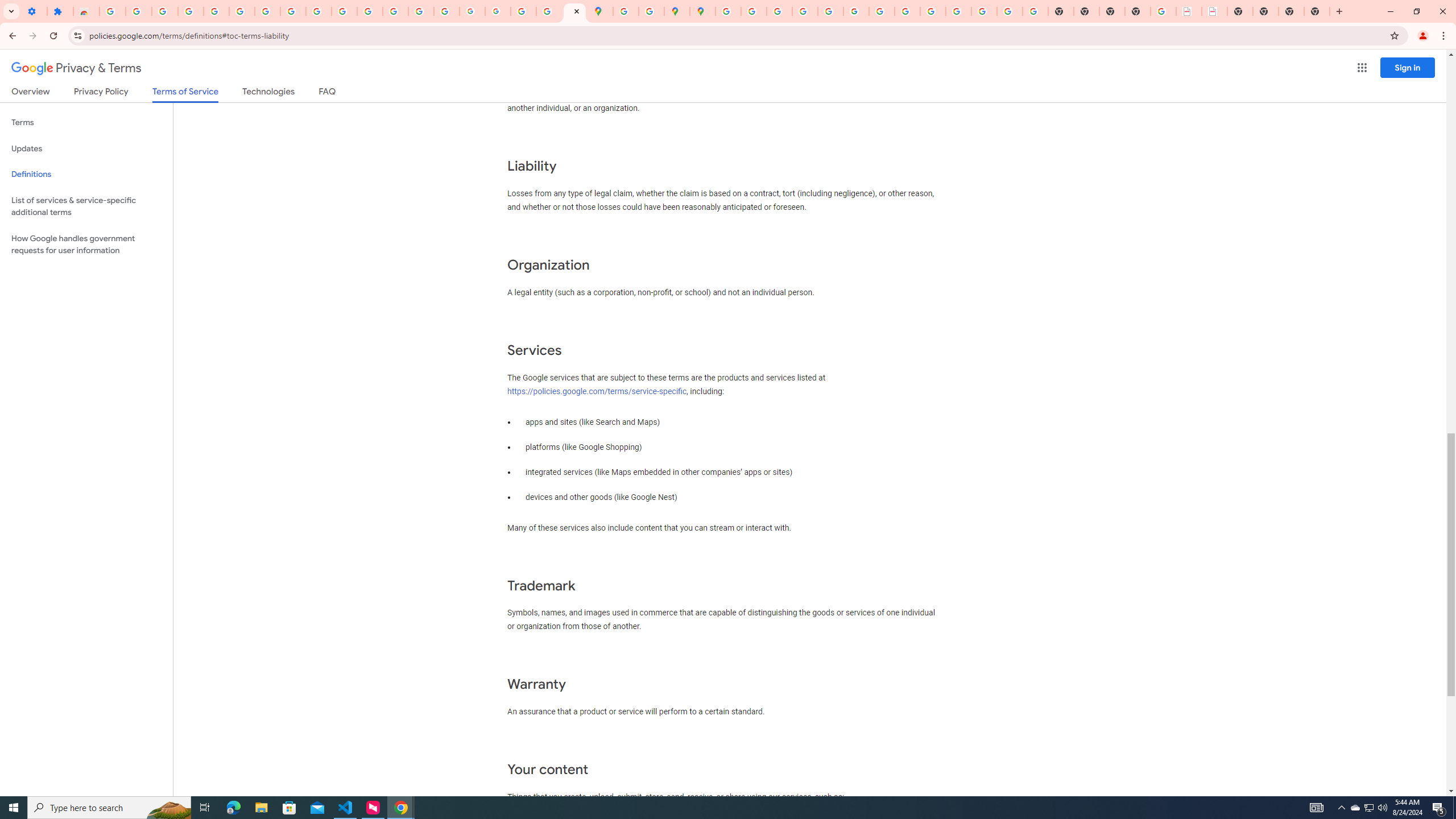 The height and width of the screenshot is (819, 1456). Describe the element at coordinates (86, 148) in the screenshot. I see `'Updates'` at that location.